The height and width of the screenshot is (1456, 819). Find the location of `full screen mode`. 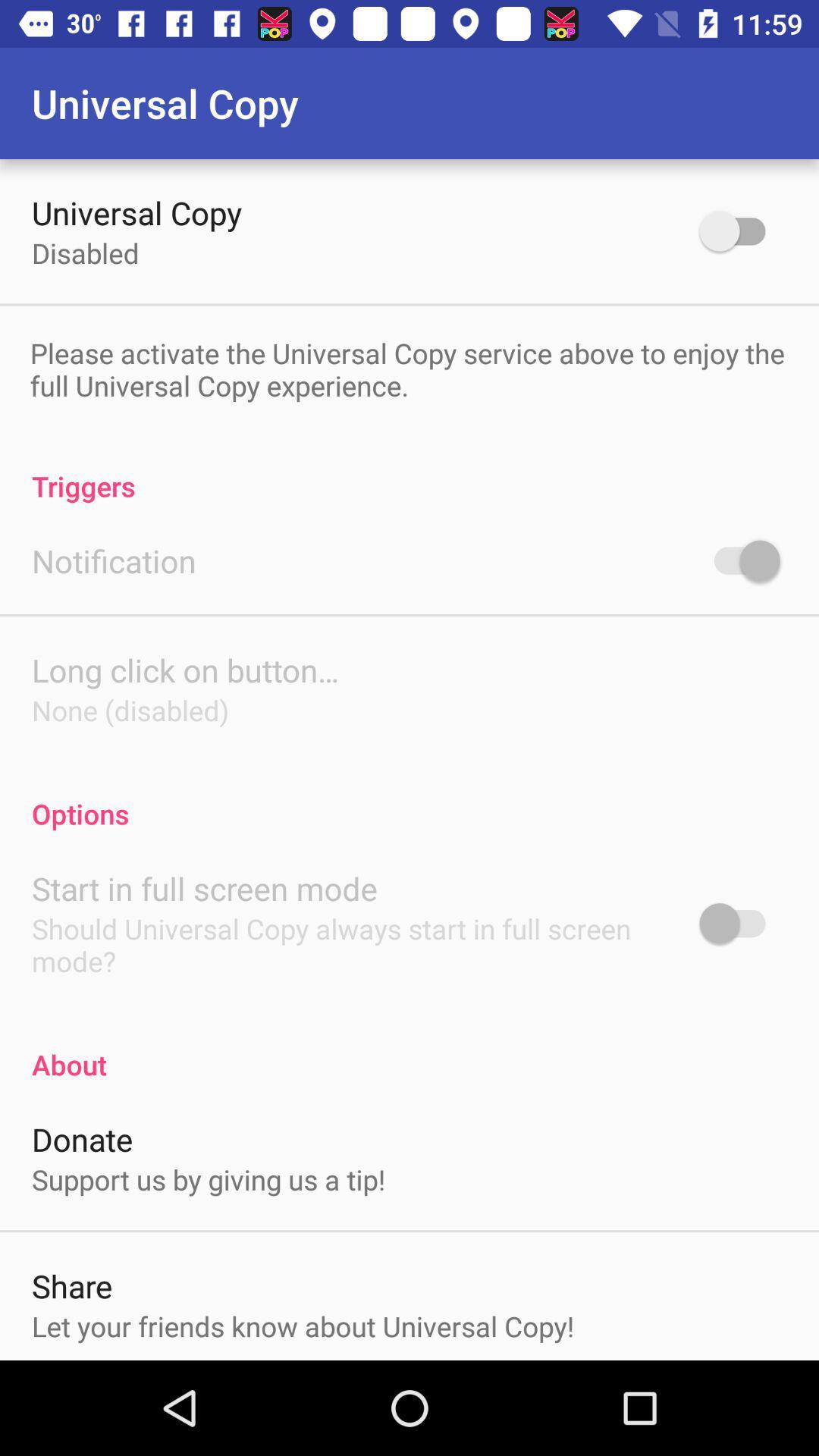

full screen mode is located at coordinates (739, 922).